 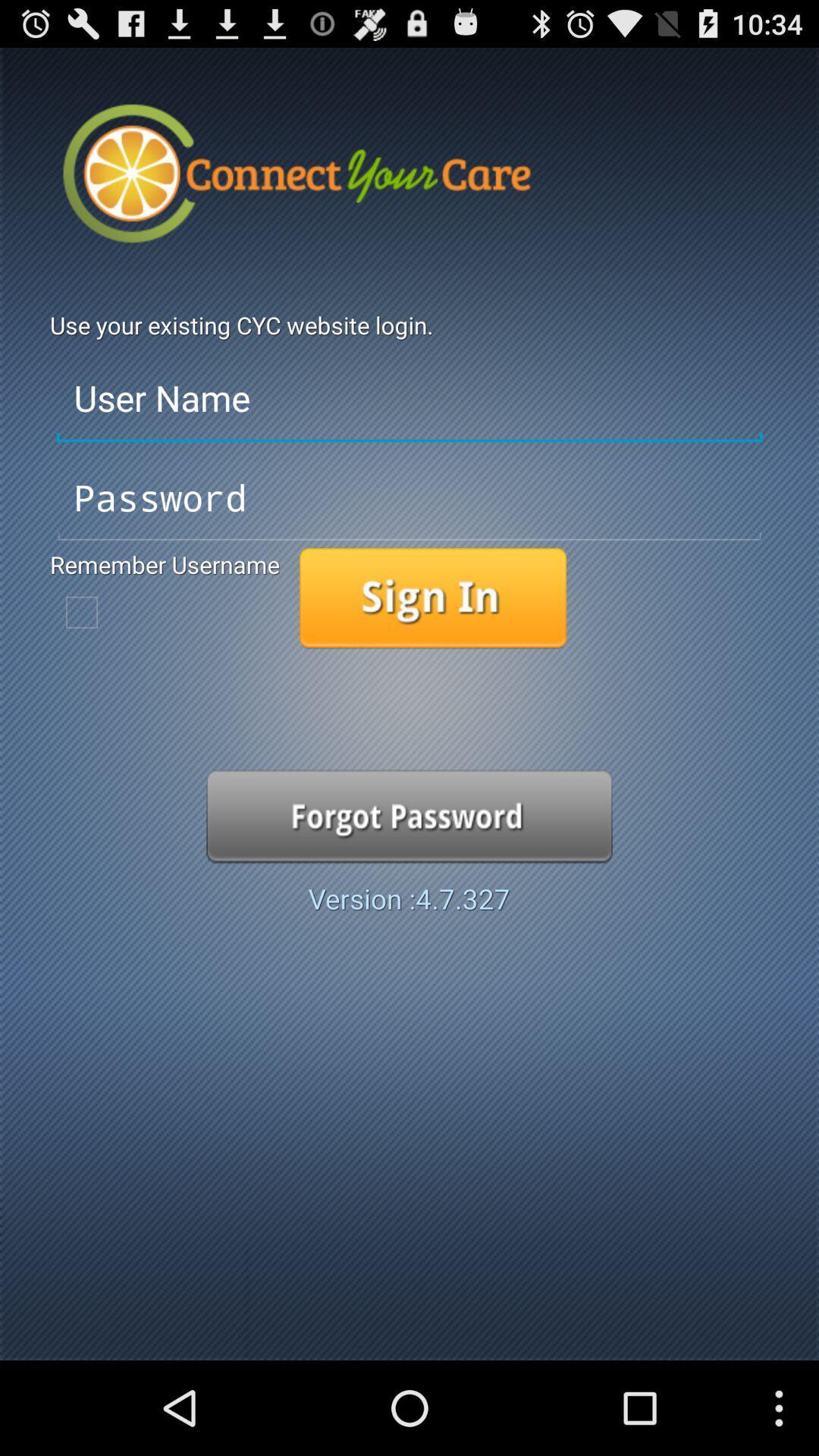 I want to click on item above the version 4 7 item, so click(x=409, y=815).